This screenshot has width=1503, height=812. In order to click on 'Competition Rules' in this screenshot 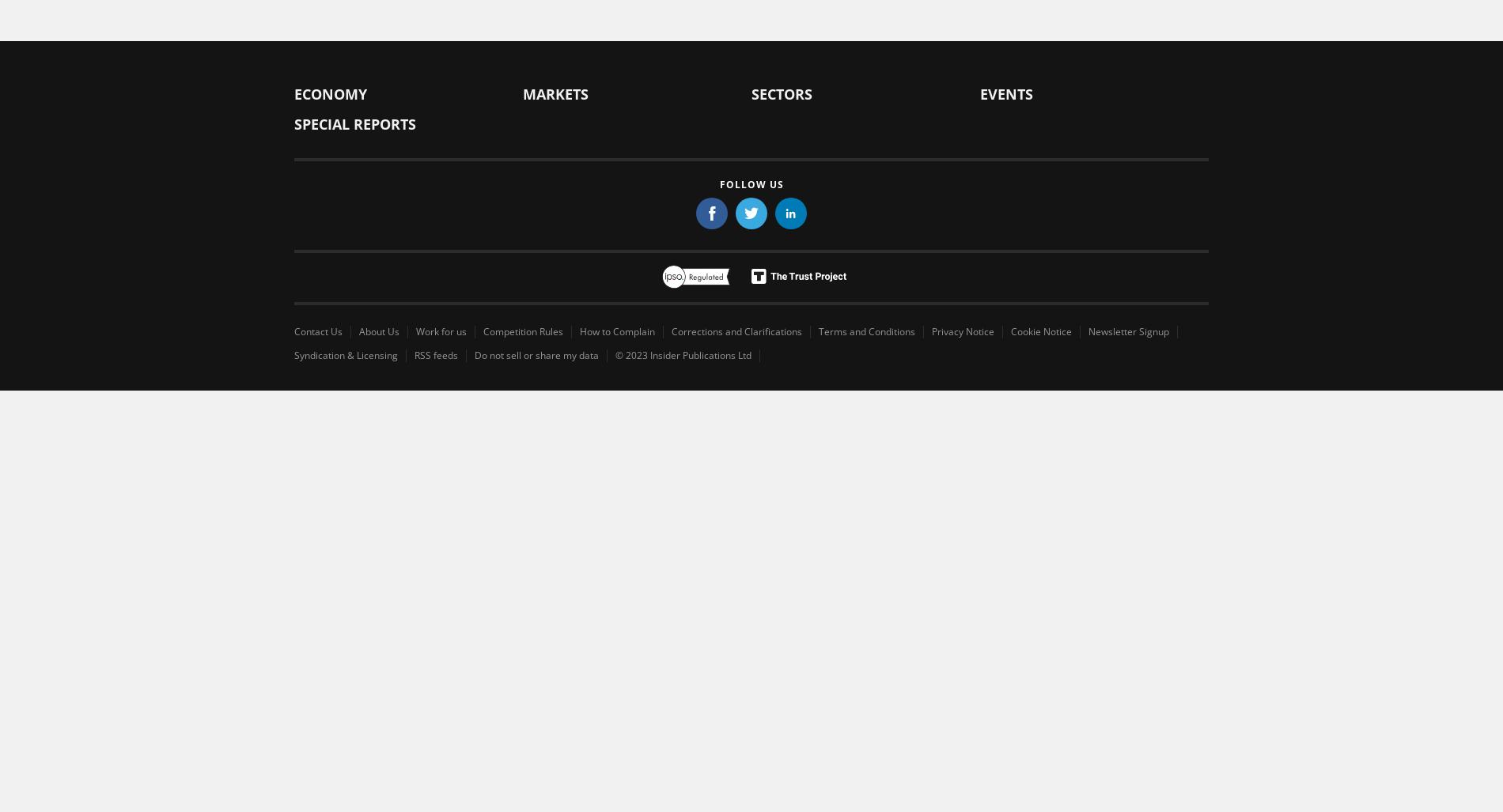, I will do `click(523, 330)`.